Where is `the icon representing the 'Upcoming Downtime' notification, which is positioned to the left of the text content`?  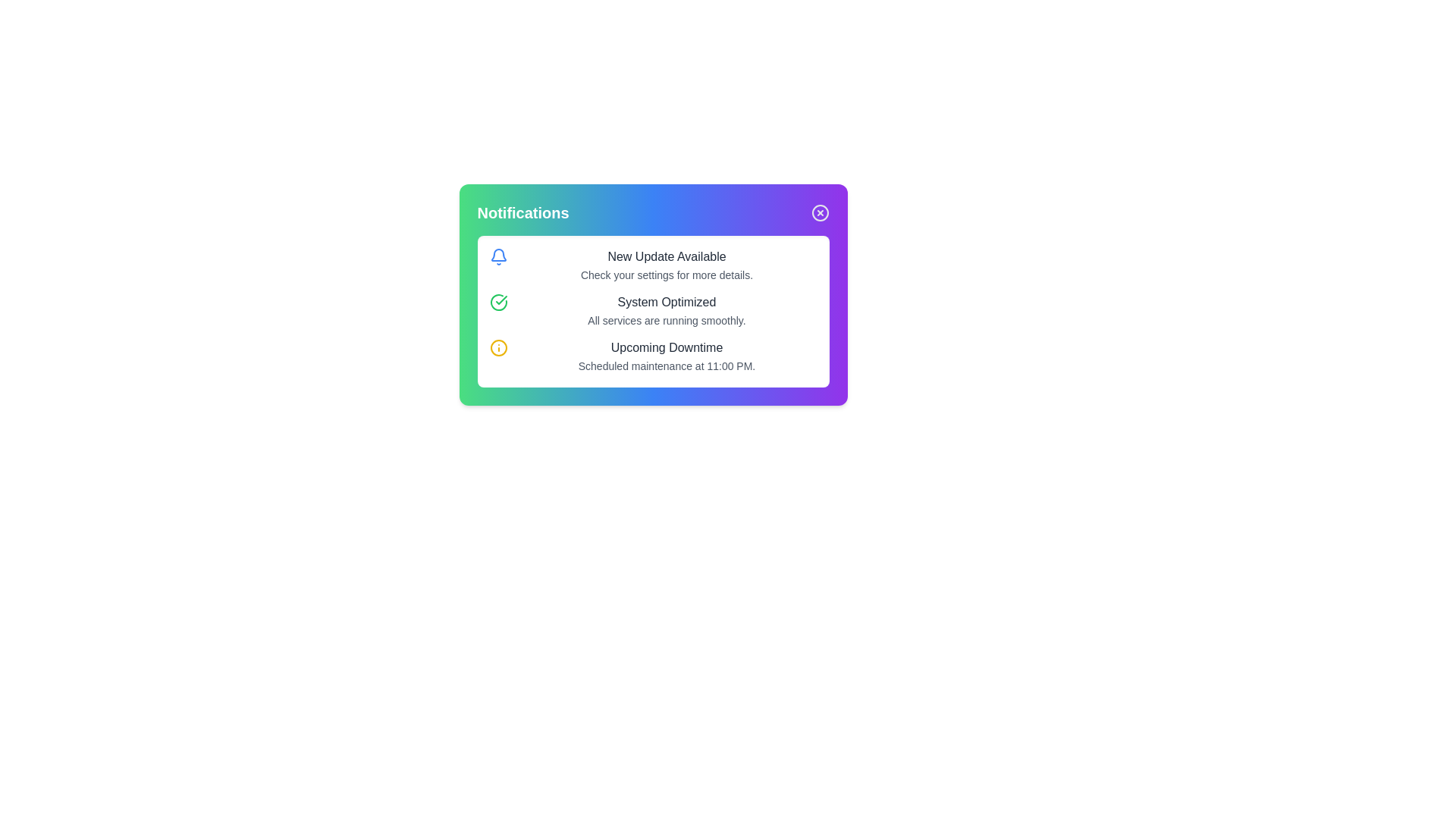
the icon representing the 'Upcoming Downtime' notification, which is positioned to the left of the text content is located at coordinates (498, 348).